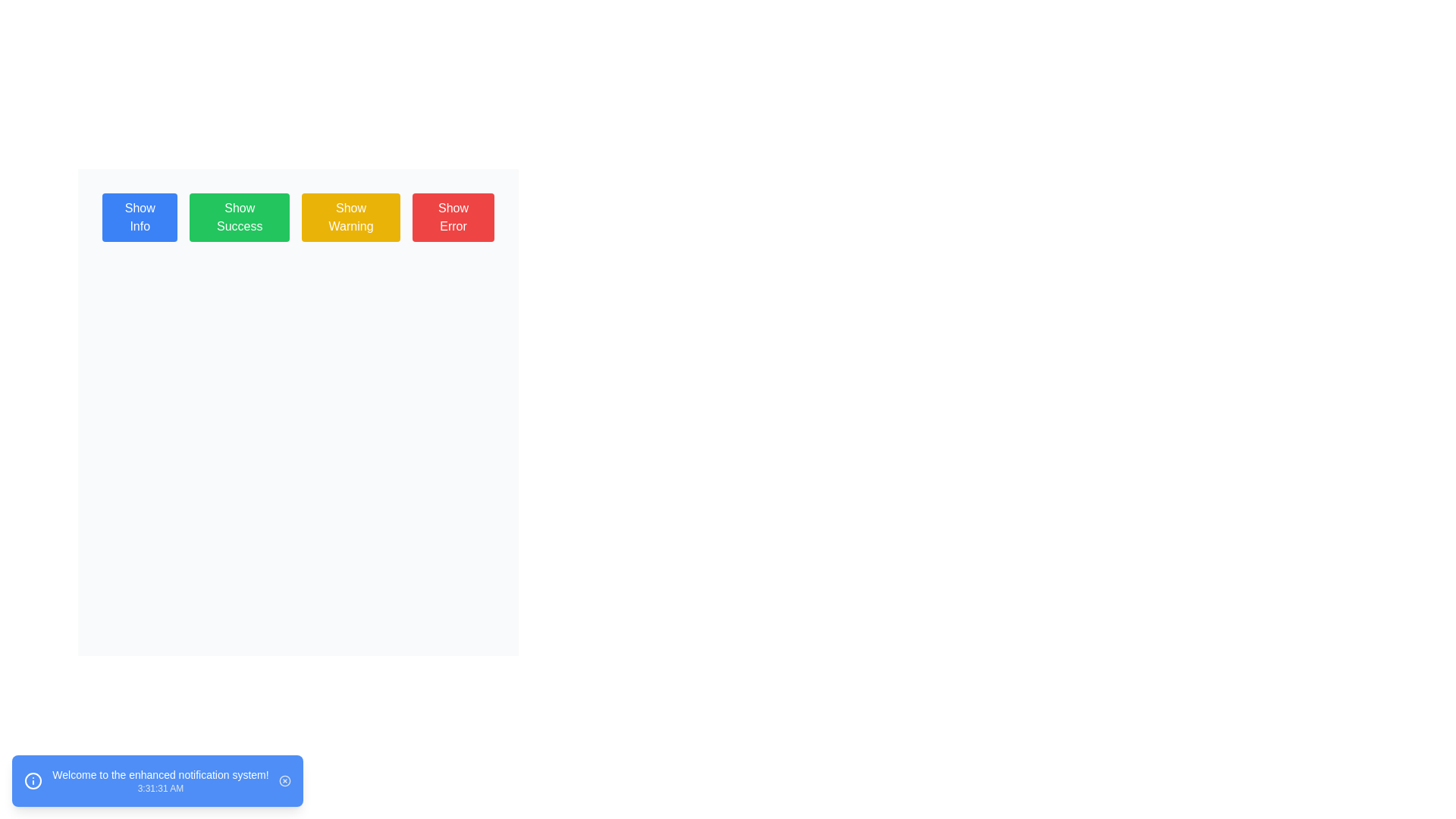 This screenshot has height=819, width=1456. I want to click on the second button in a group of four buttons, located to the right of the 'Show Info' button and to the left of the 'Show Warning' button, so click(239, 217).